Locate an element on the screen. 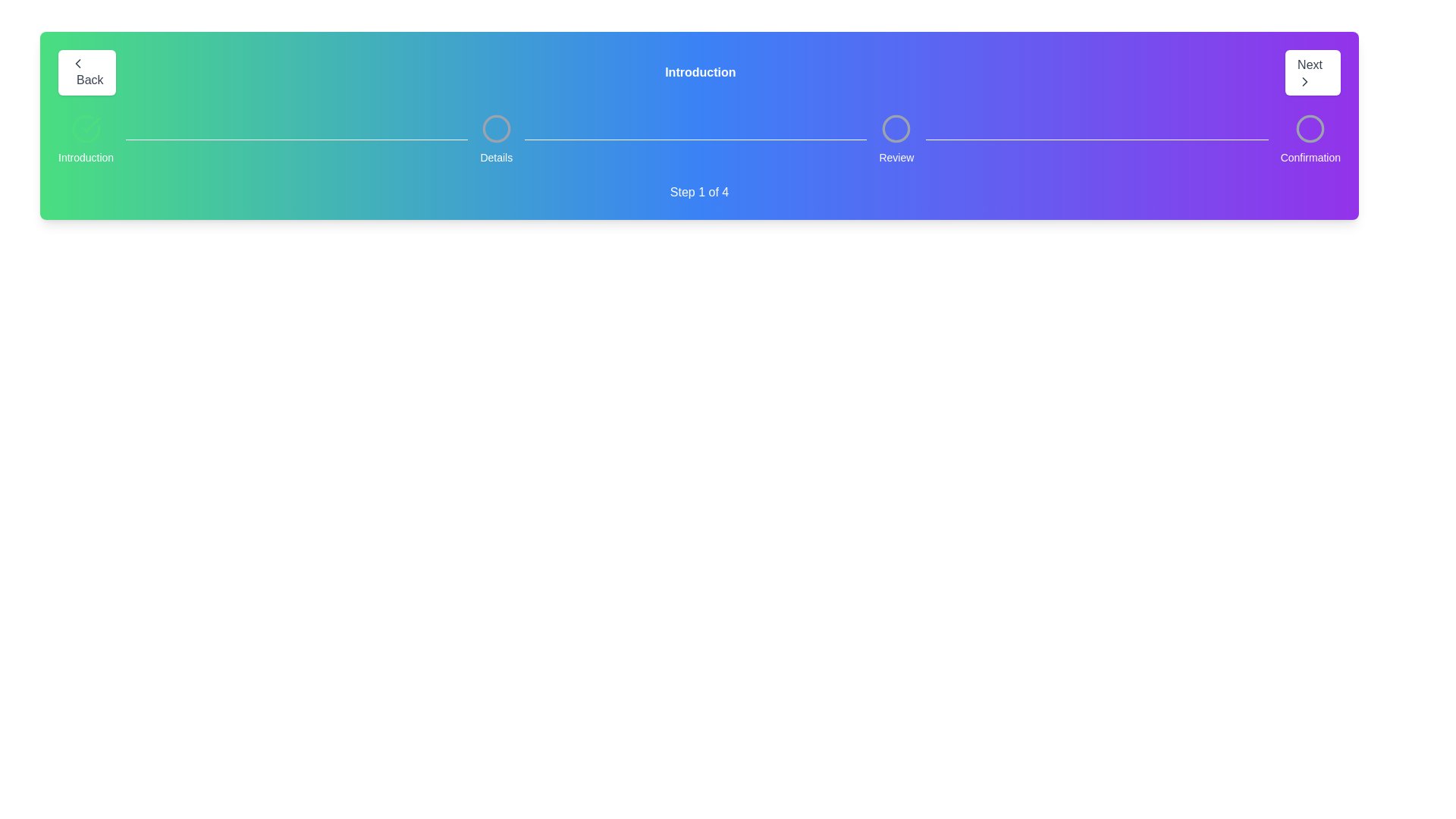 The image size is (1456, 819). the static text label reading 'Introduction', which is styled in a small white font against a green background and is positioned below a green check icon in a progress indicator interface is located at coordinates (85, 158).